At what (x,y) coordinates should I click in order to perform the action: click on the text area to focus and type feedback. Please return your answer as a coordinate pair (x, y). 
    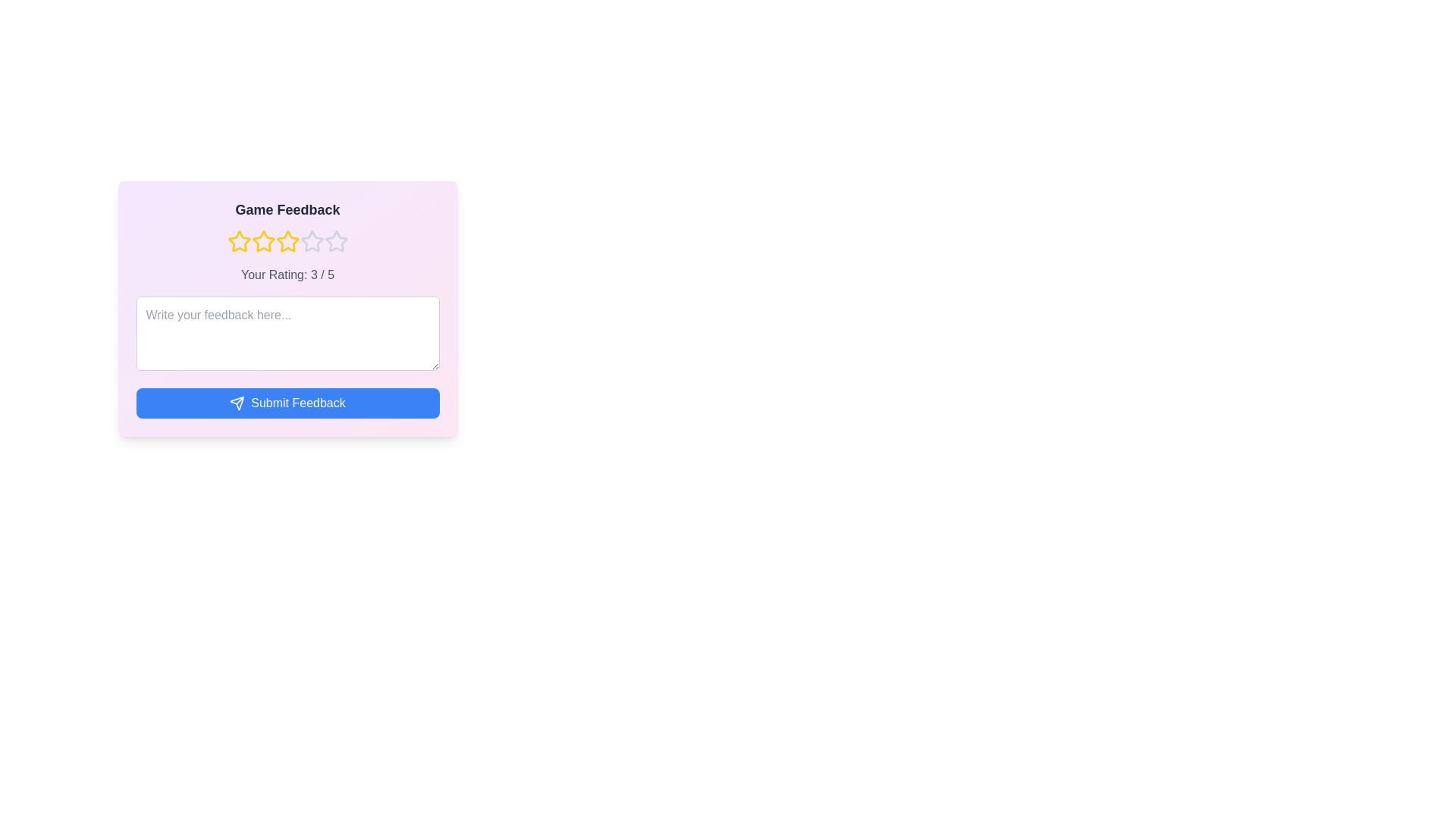
    Looking at the image, I should click on (287, 332).